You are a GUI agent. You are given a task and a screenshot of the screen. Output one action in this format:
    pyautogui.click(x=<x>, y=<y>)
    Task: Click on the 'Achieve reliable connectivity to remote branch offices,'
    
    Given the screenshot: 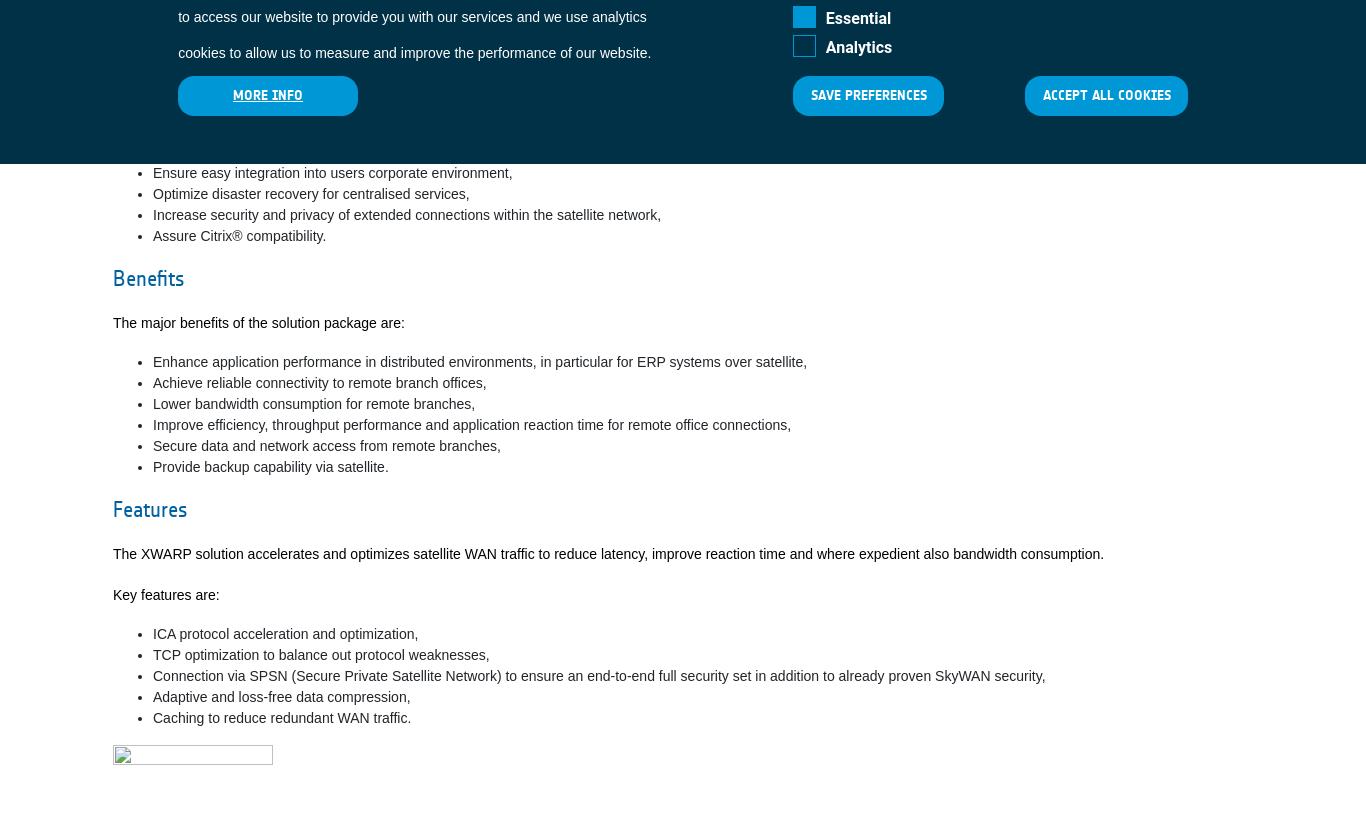 What is the action you would take?
    pyautogui.click(x=319, y=381)
    